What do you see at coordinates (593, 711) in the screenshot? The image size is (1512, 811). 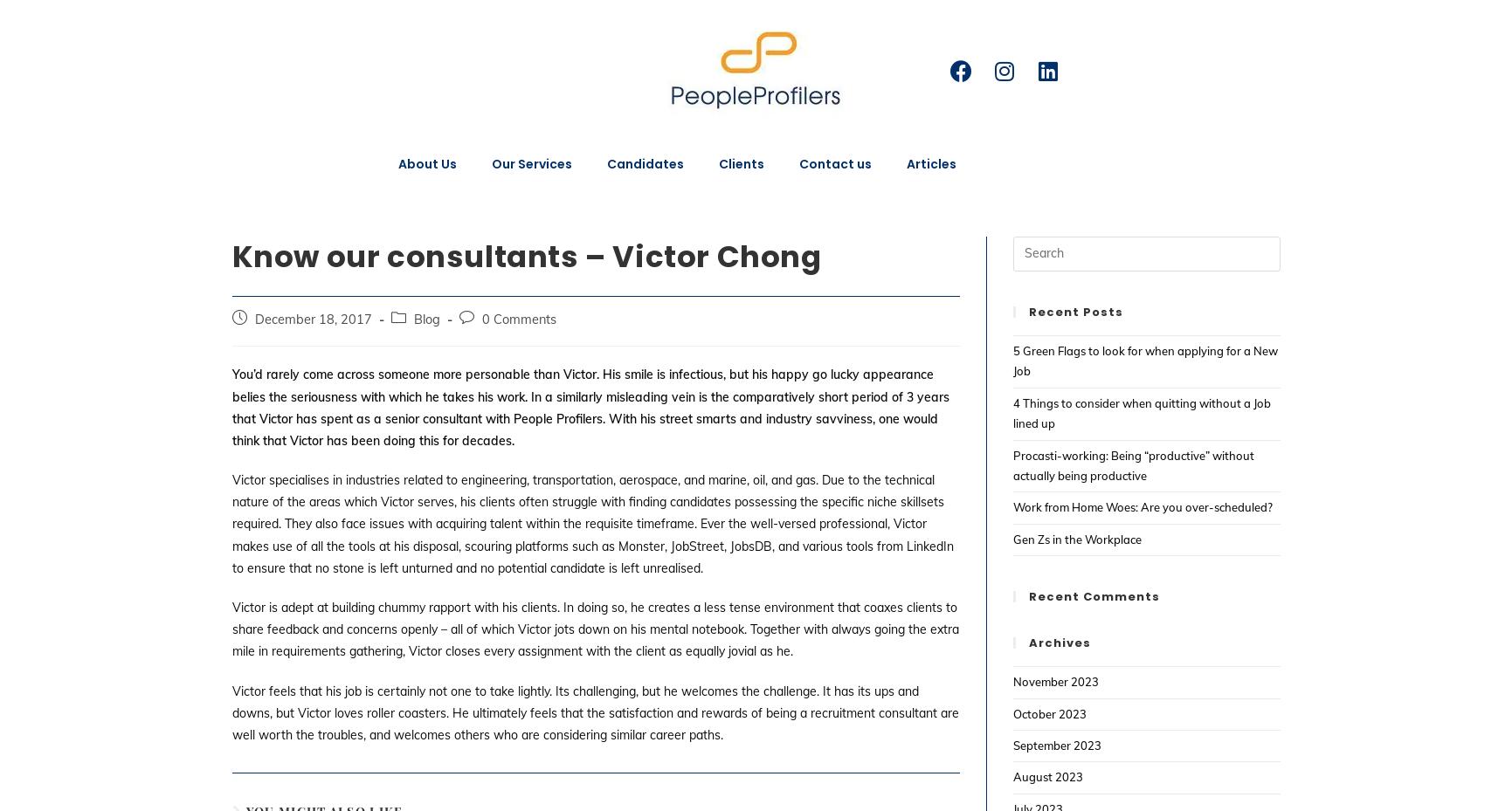 I see `'Victor feels that his job is certainly not one to take lightly. Its challenging, but he welcomes the challenge. It has its ups and downs, but Victor loves roller coasters. He ultimately feels that the satisfaction and rewards of being a recruitment consultant are well worth the troubles, and welcomes others who are considering similar career paths.'` at bounding box center [593, 711].